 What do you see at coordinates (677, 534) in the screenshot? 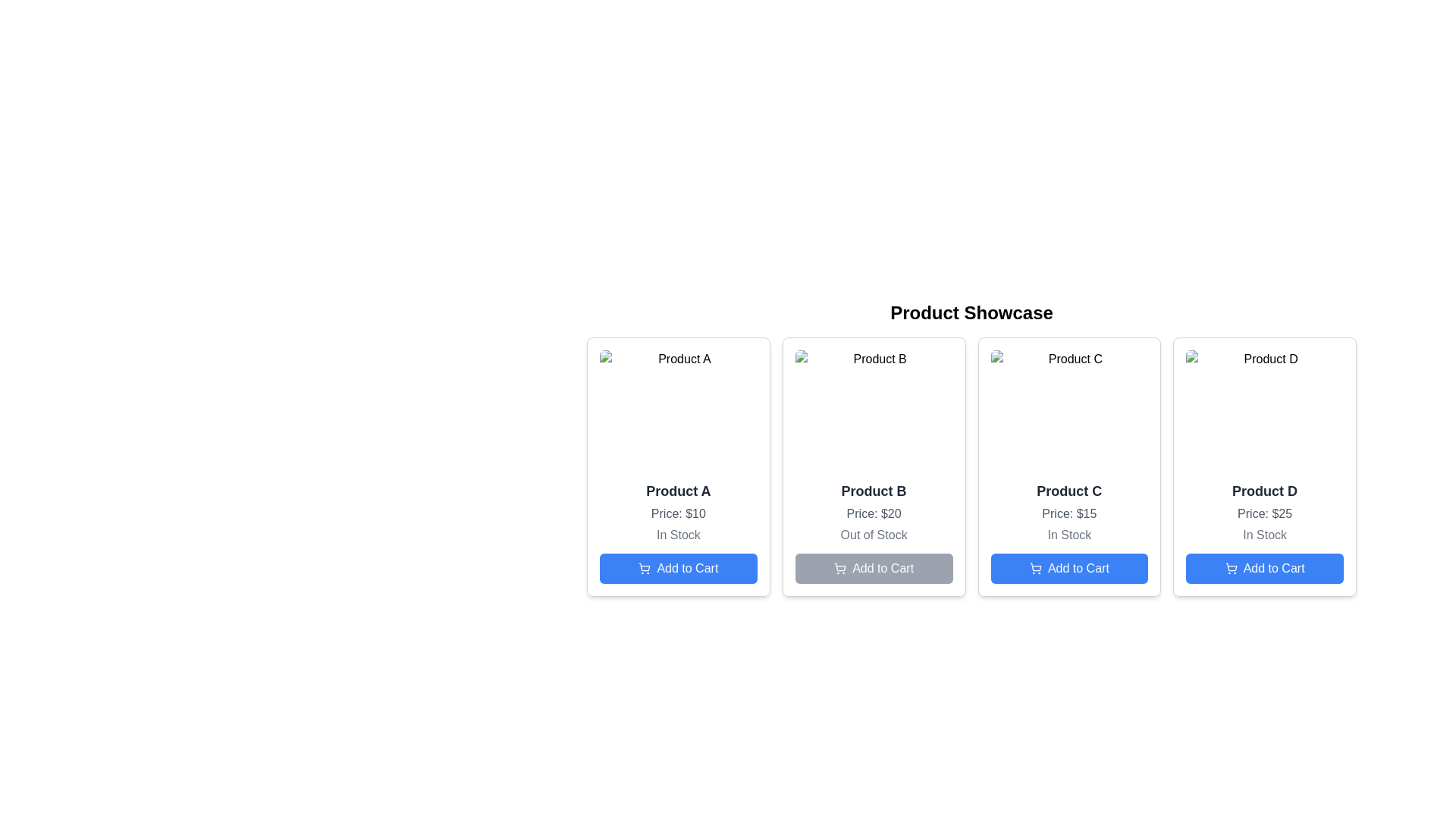
I see `the 'In Stock' static text element, which is displayed in gray font below the price information and above the 'Add to Cart' button in the first product card` at bounding box center [677, 534].